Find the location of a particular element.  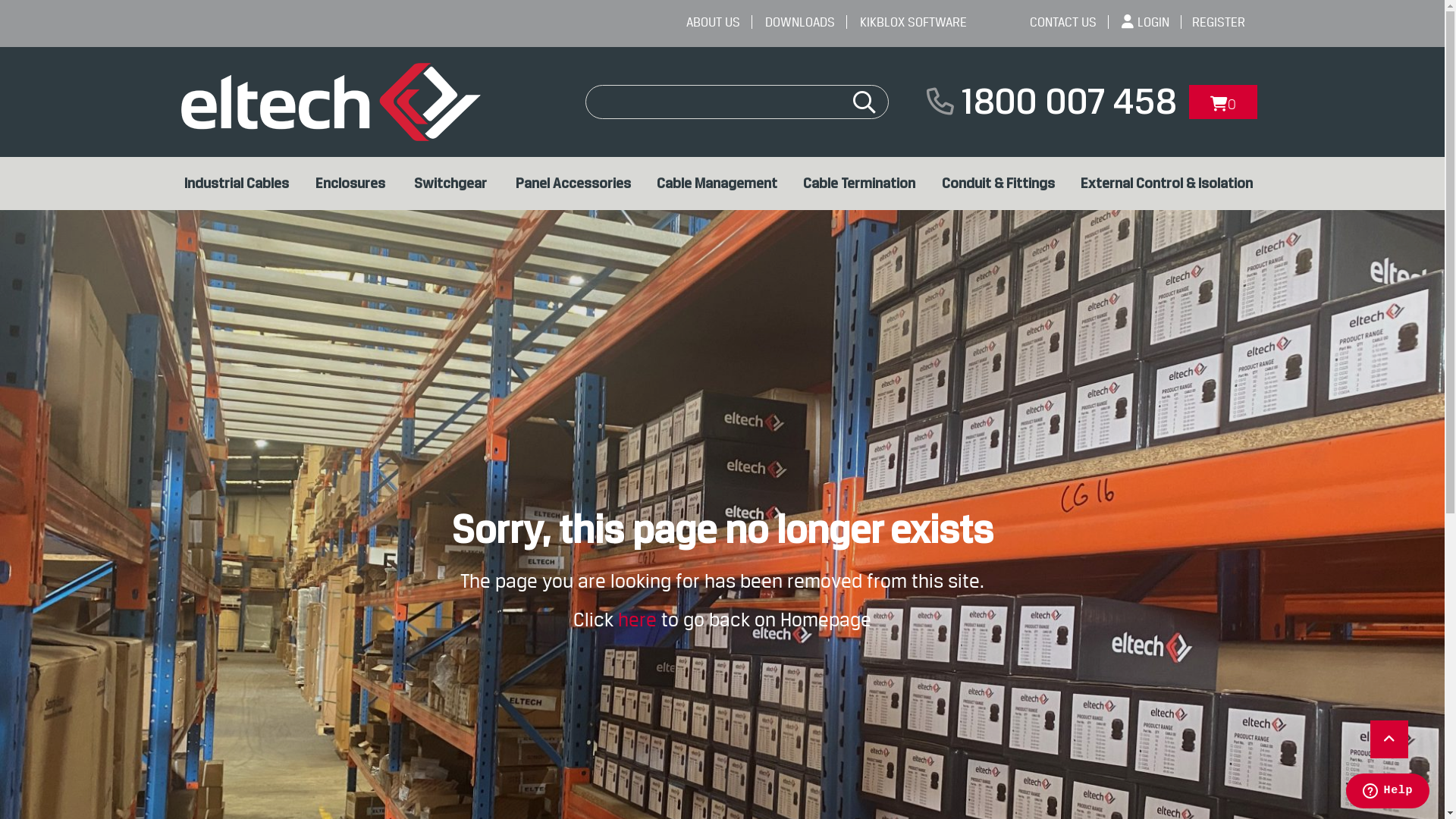

'0' is located at coordinates (1188, 102).